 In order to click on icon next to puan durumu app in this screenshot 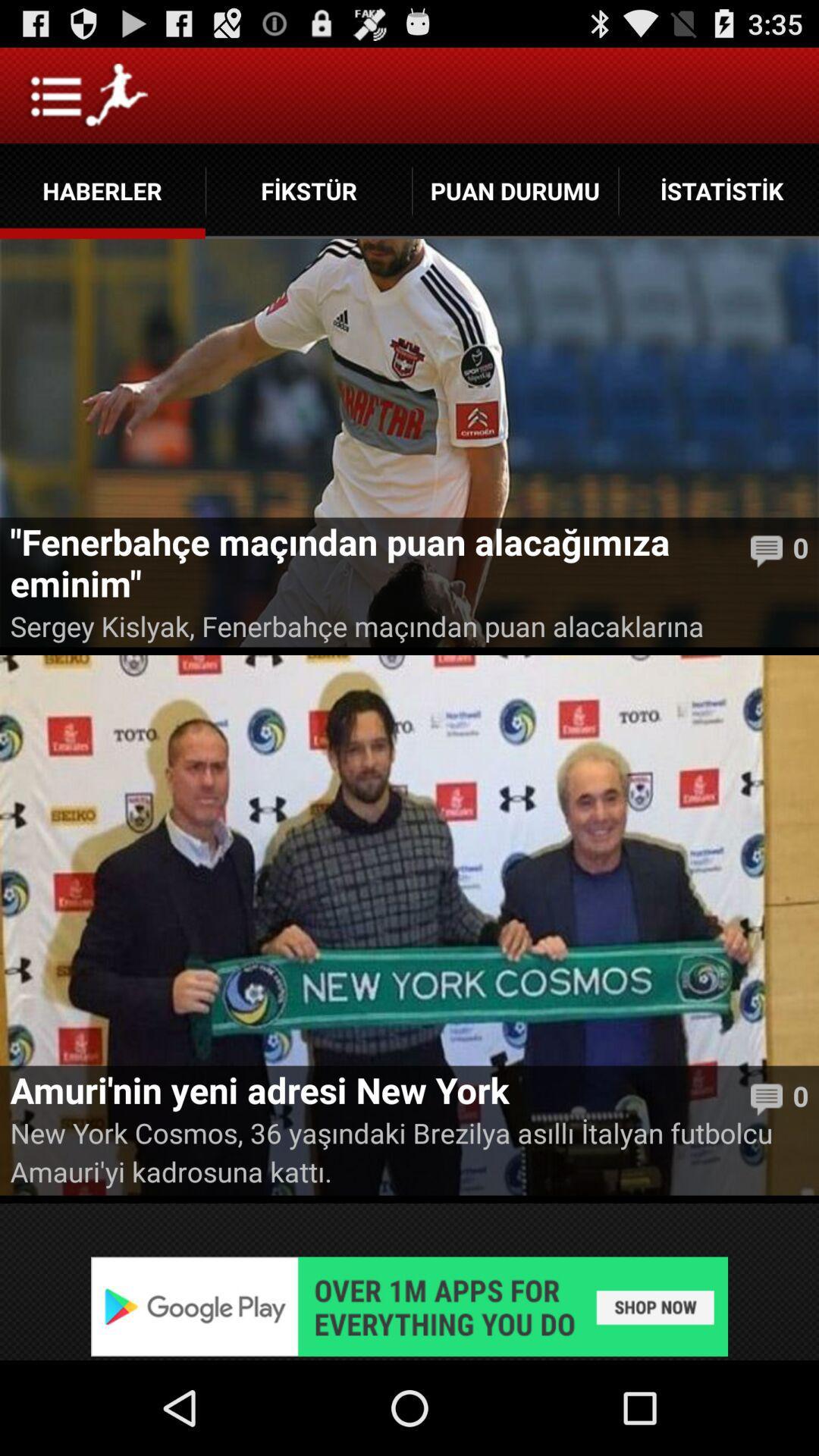, I will do `click(718, 190)`.